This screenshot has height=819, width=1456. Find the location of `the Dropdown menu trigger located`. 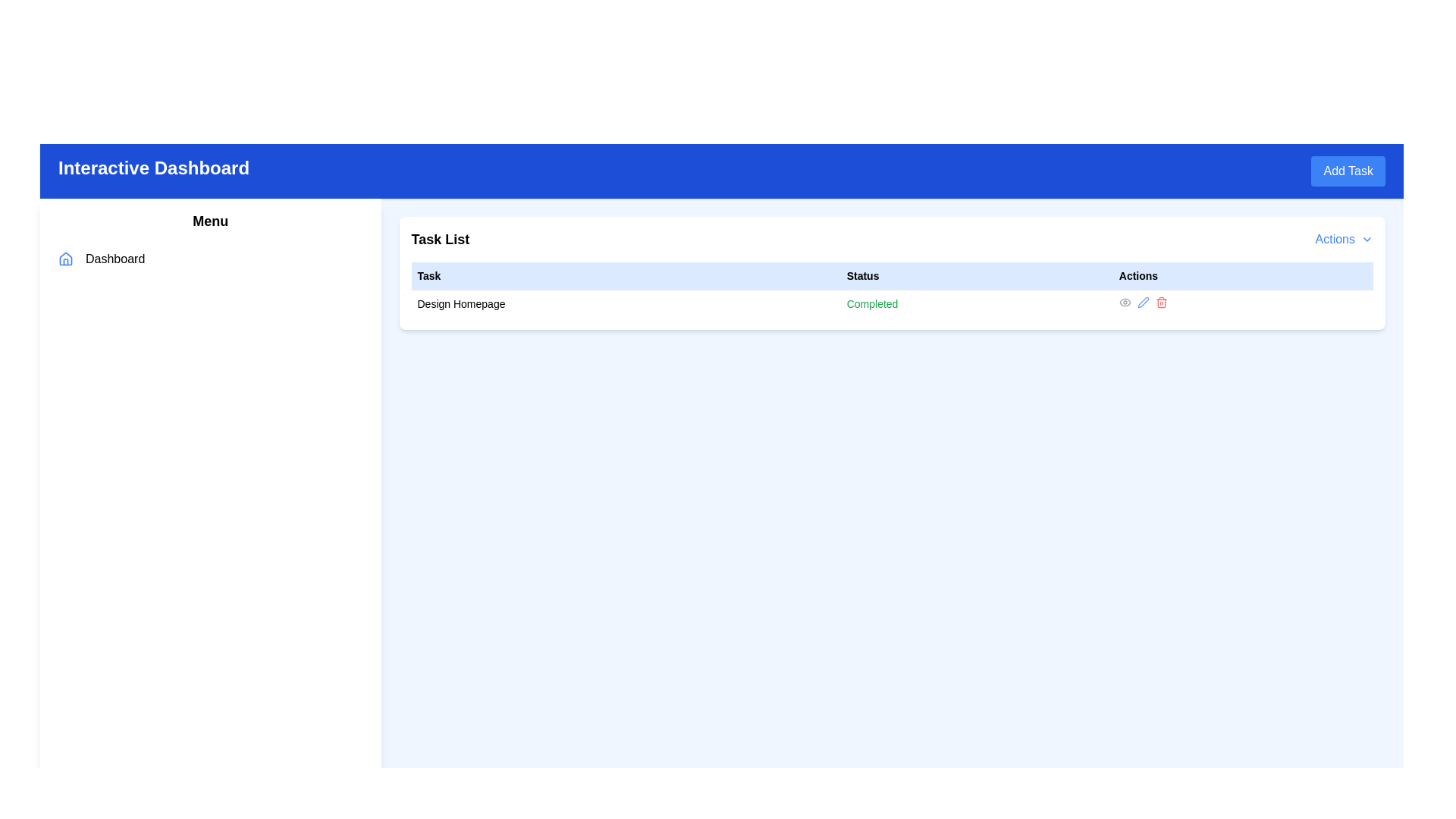

the Dropdown menu trigger located is located at coordinates (1344, 239).